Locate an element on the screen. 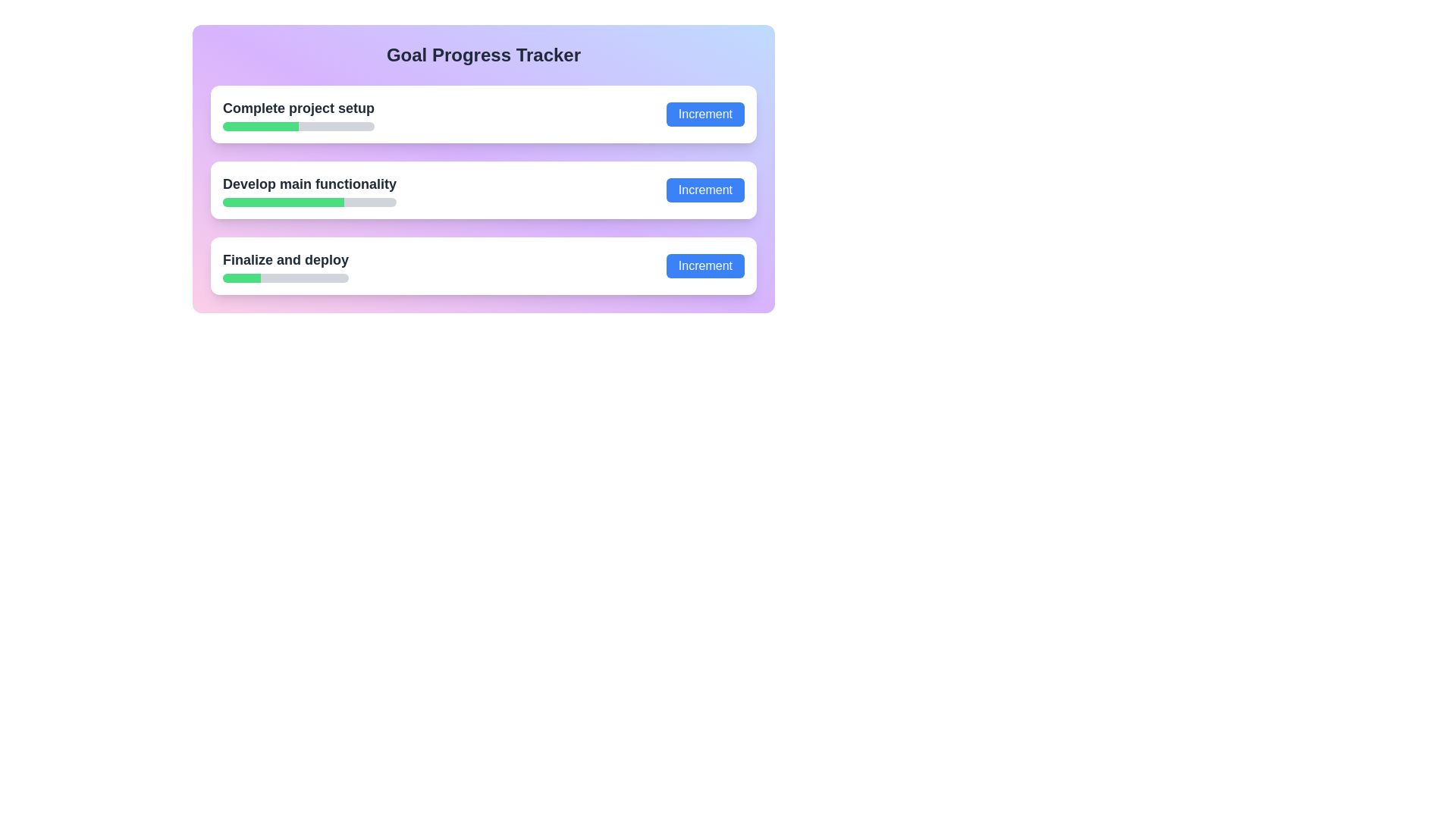  the progress indicator labeled 'Finalize and deploy' that shows 30% completion in a green progress bar is located at coordinates (286, 265).